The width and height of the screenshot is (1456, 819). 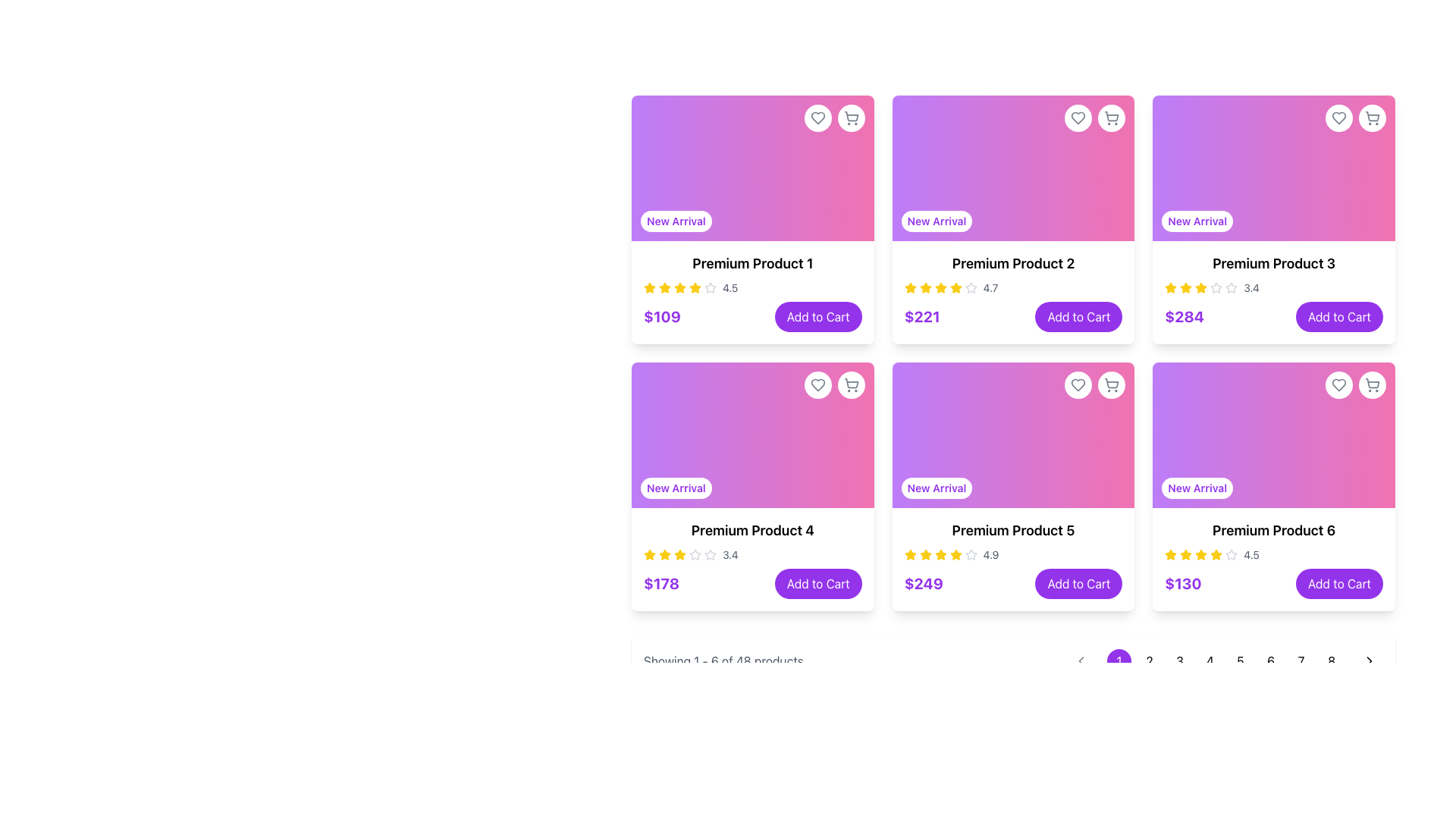 I want to click on text content of the title label for 'Premium Product 3', which is located in the top row, third column of the product card, positioned below the 'New Arrival' label and above the rating stars, price, and 'Add to Cart' button, so click(x=1274, y=262).